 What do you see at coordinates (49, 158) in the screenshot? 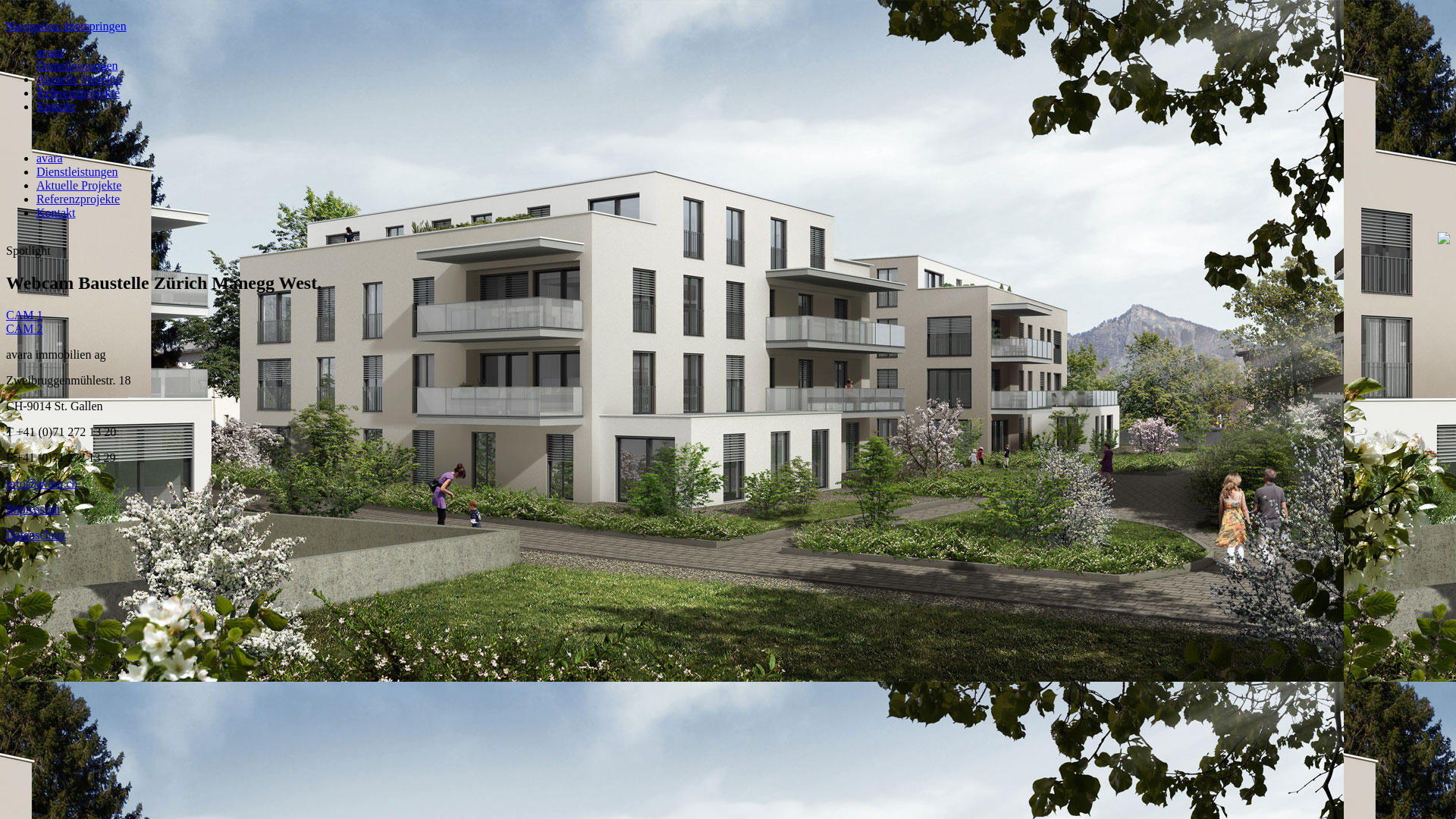
I see `'avara'` at bounding box center [49, 158].